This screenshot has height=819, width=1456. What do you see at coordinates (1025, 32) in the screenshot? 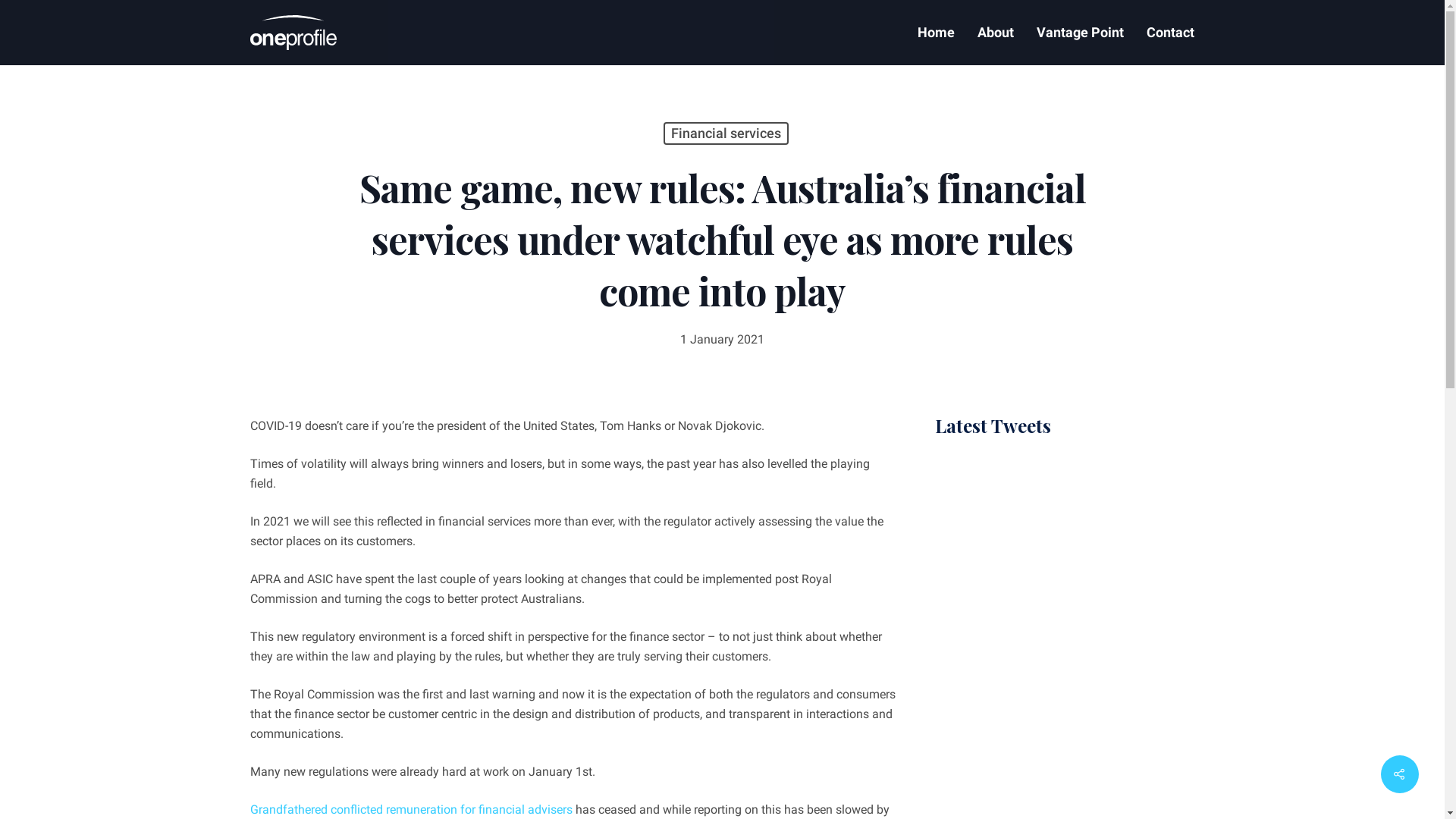
I see `'Vantage Point'` at bounding box center [1025, 32].